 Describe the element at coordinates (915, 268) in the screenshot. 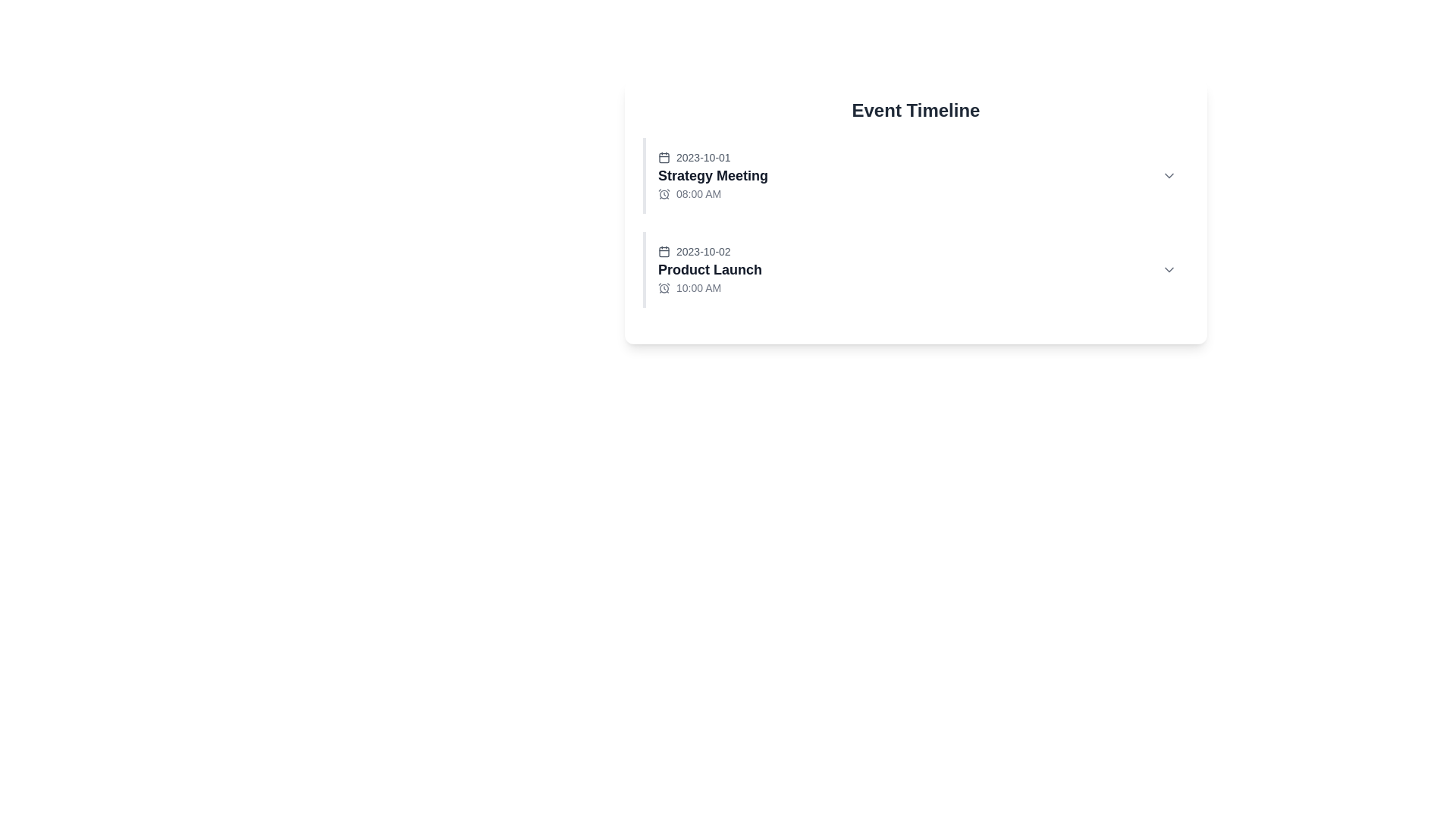

I see `the Card-like event entry displaying the date '2023-10-02', the title 'Product Launch', and the time '10:00 AM', which is the second item in the event timeline list` at that location.